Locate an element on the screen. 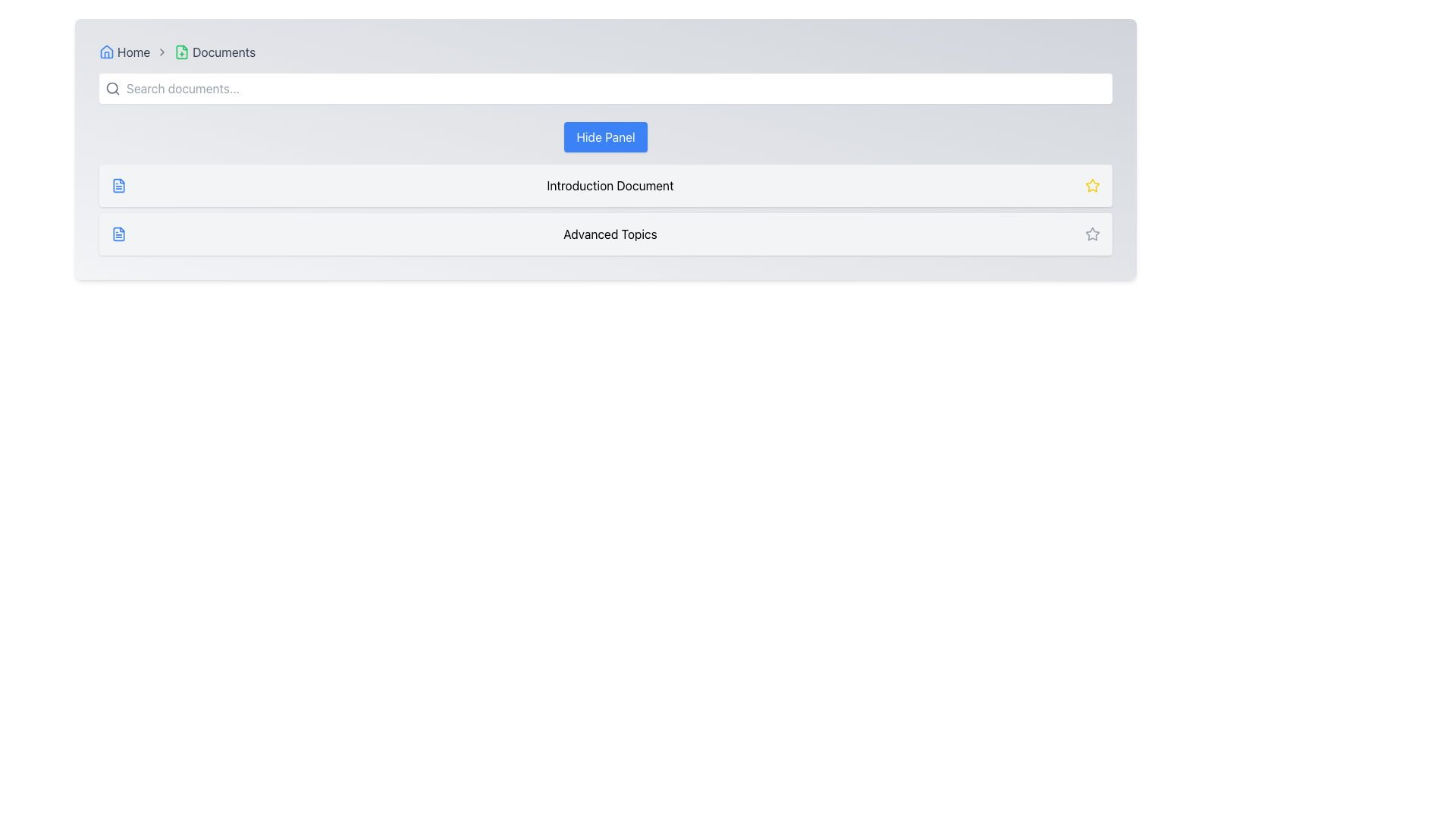  the document icon located in the second row of the list, positioned towards the left side near the margin is located at coordinates (118, 234).